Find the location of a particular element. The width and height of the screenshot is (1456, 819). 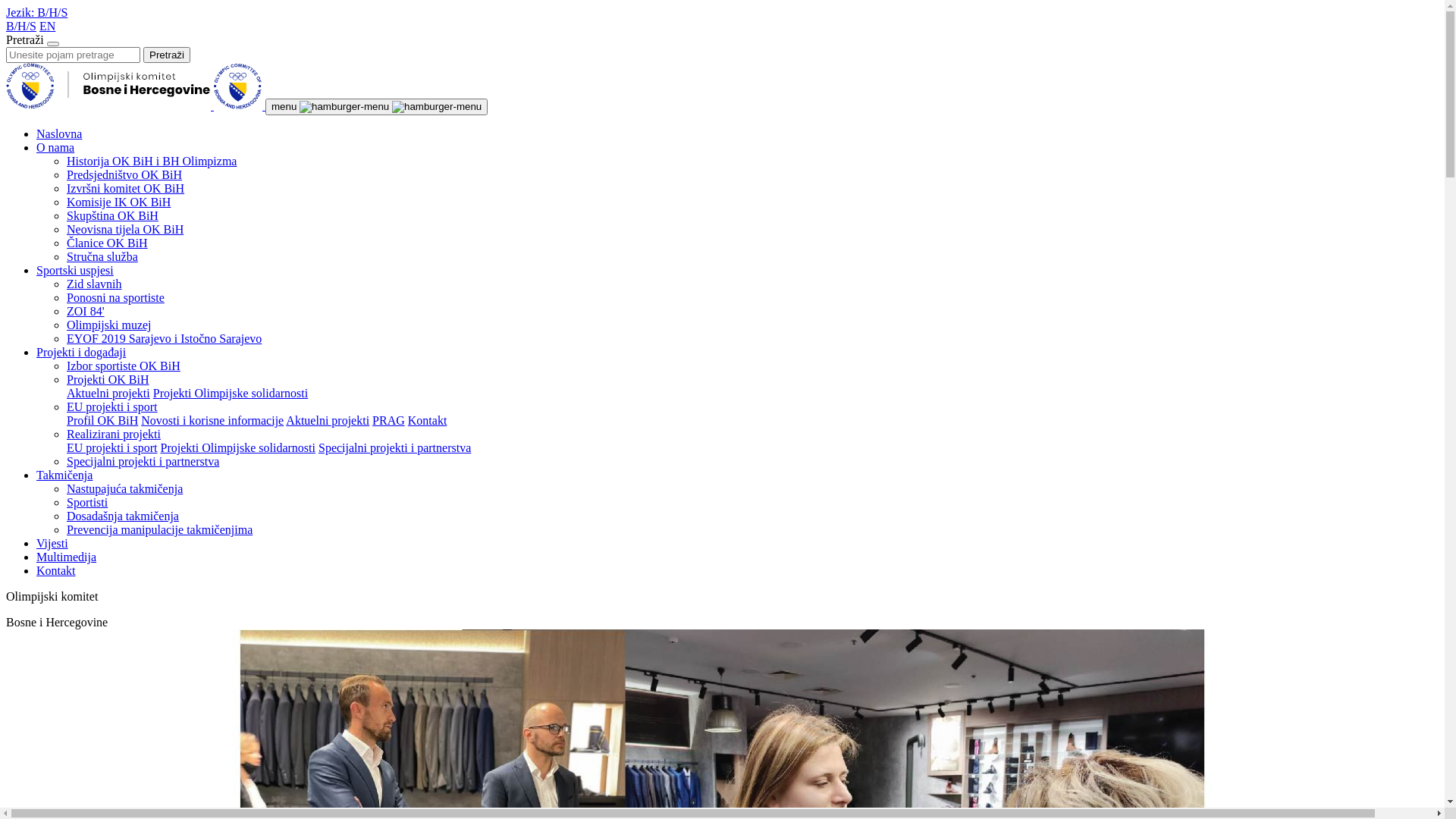

'Komisije IK OK BiH' is located at coordinates (118, 201).